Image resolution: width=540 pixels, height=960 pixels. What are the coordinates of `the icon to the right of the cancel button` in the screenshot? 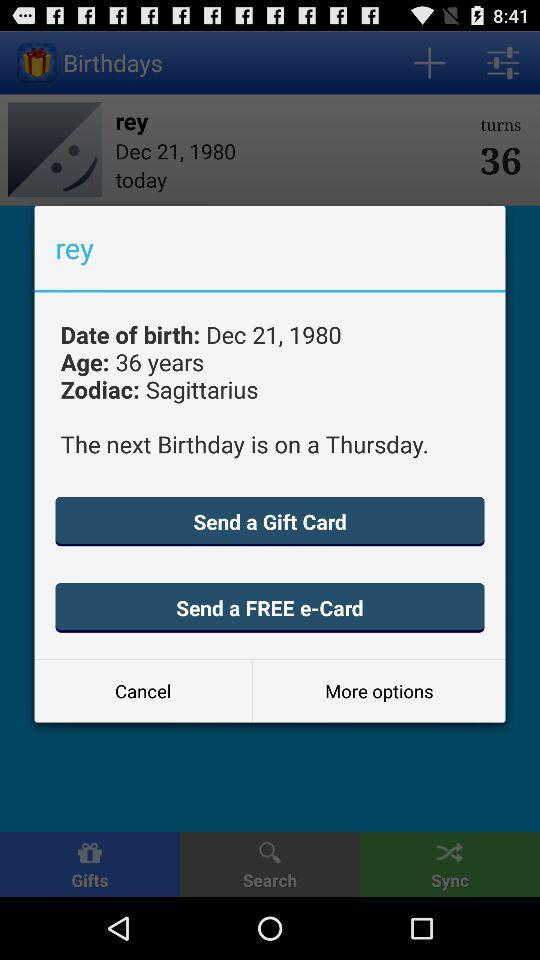 It's located at (379, 691).